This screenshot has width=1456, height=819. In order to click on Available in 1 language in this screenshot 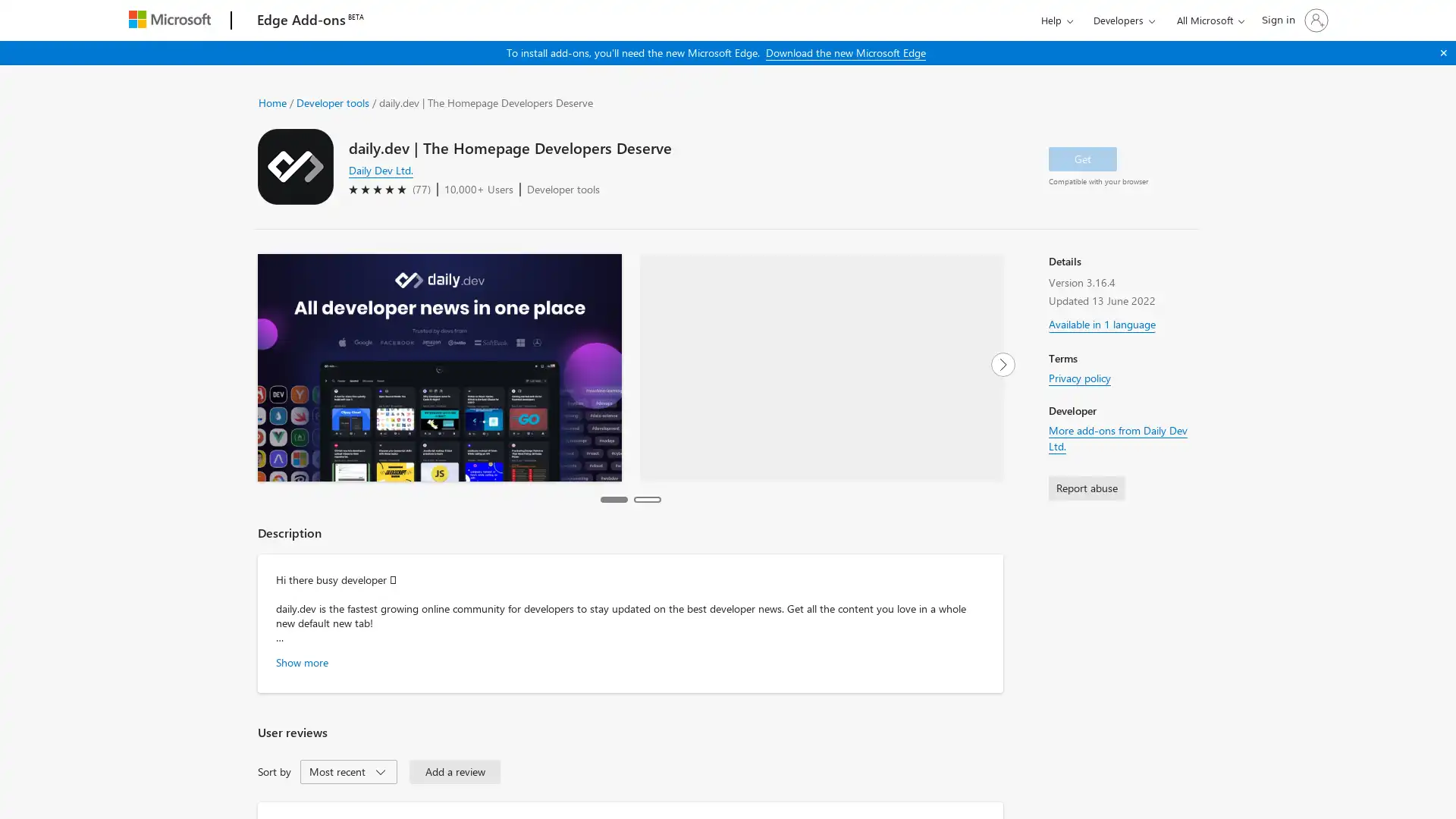, I will do `click(1102, 320)`.